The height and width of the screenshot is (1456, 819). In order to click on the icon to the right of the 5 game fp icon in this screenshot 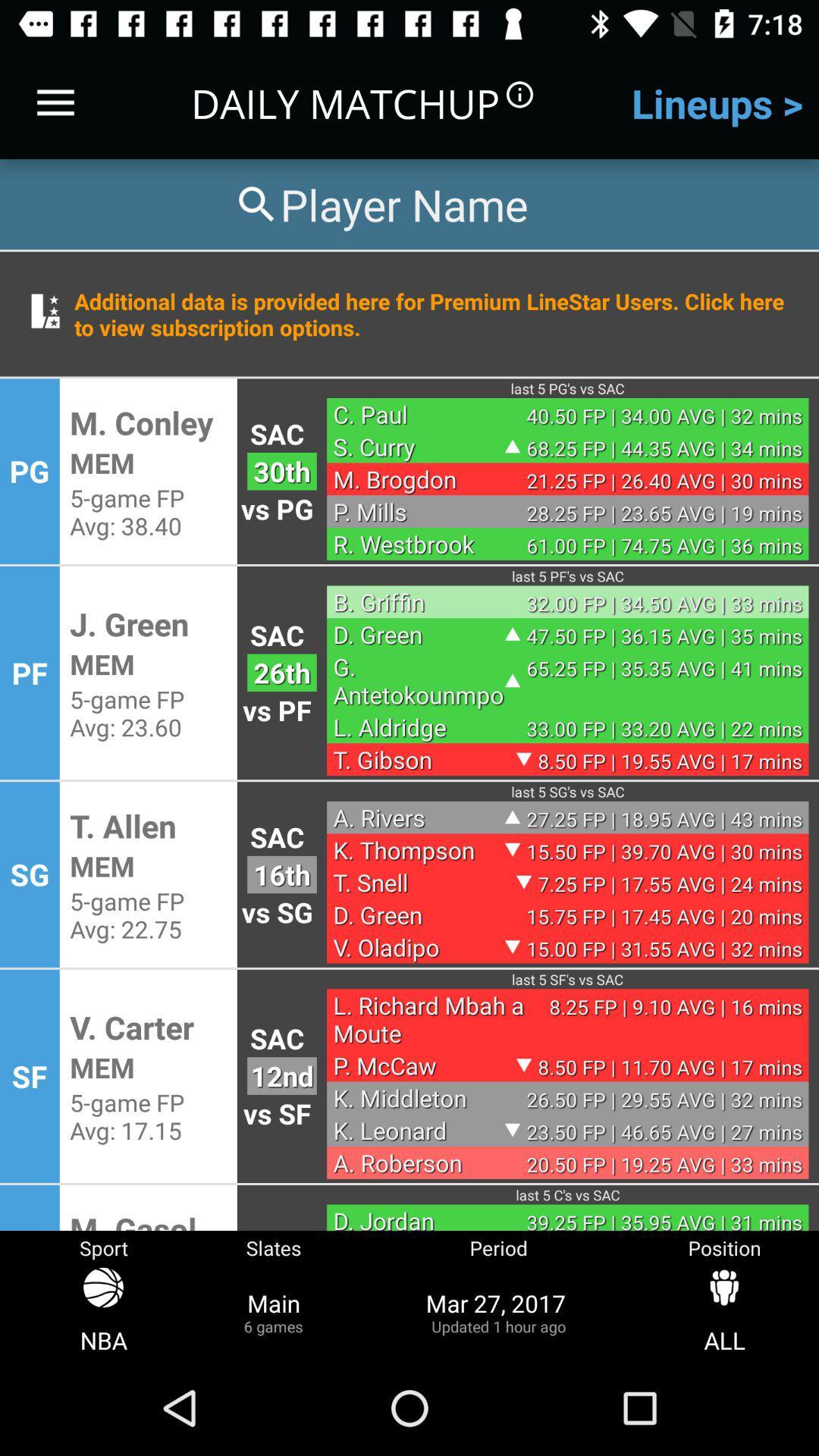, I will do `click(281, 874)`.